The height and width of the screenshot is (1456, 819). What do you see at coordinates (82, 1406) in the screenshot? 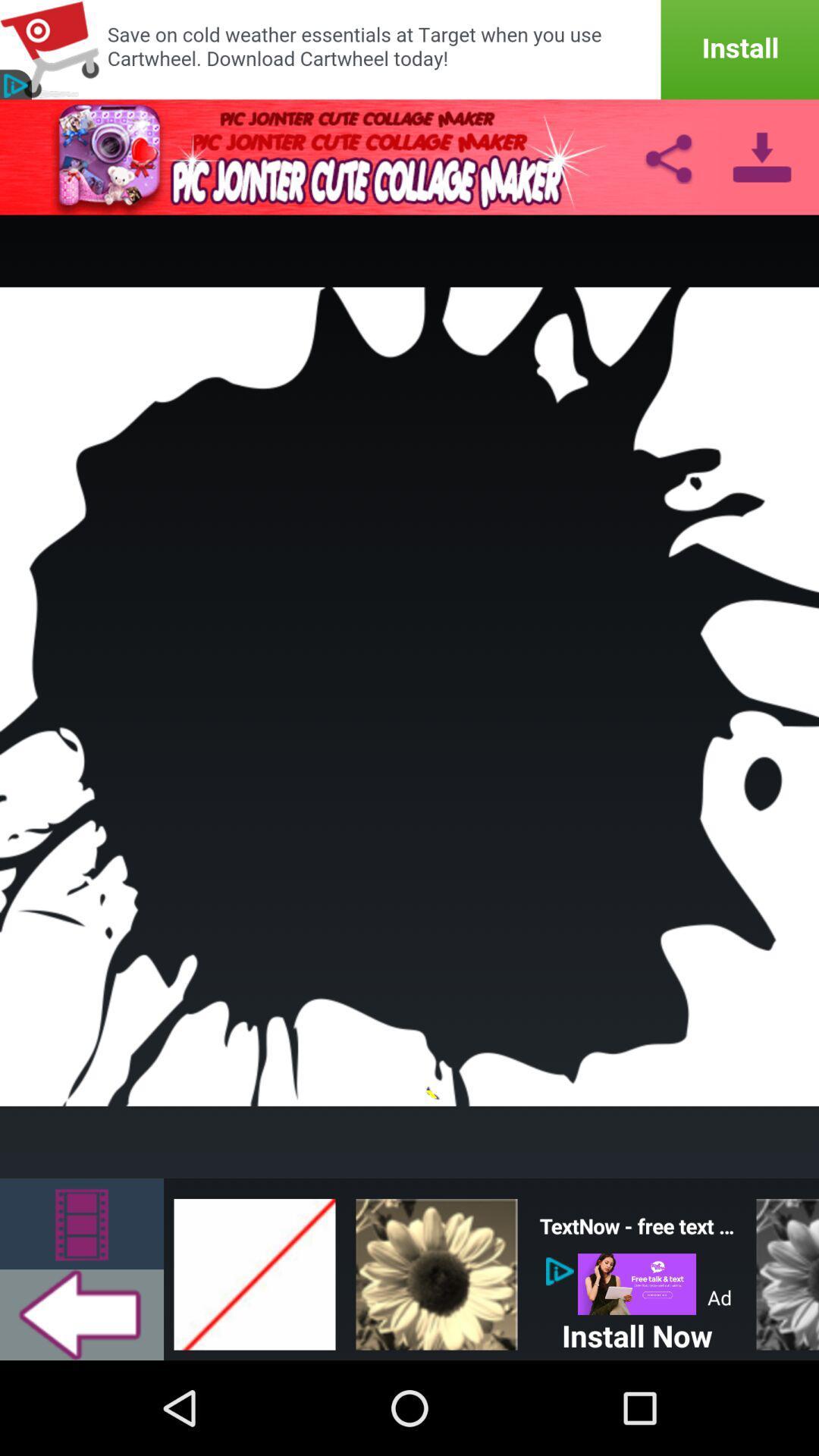
I see `the arrow_backward icon` at bounding box center [82, 1406].